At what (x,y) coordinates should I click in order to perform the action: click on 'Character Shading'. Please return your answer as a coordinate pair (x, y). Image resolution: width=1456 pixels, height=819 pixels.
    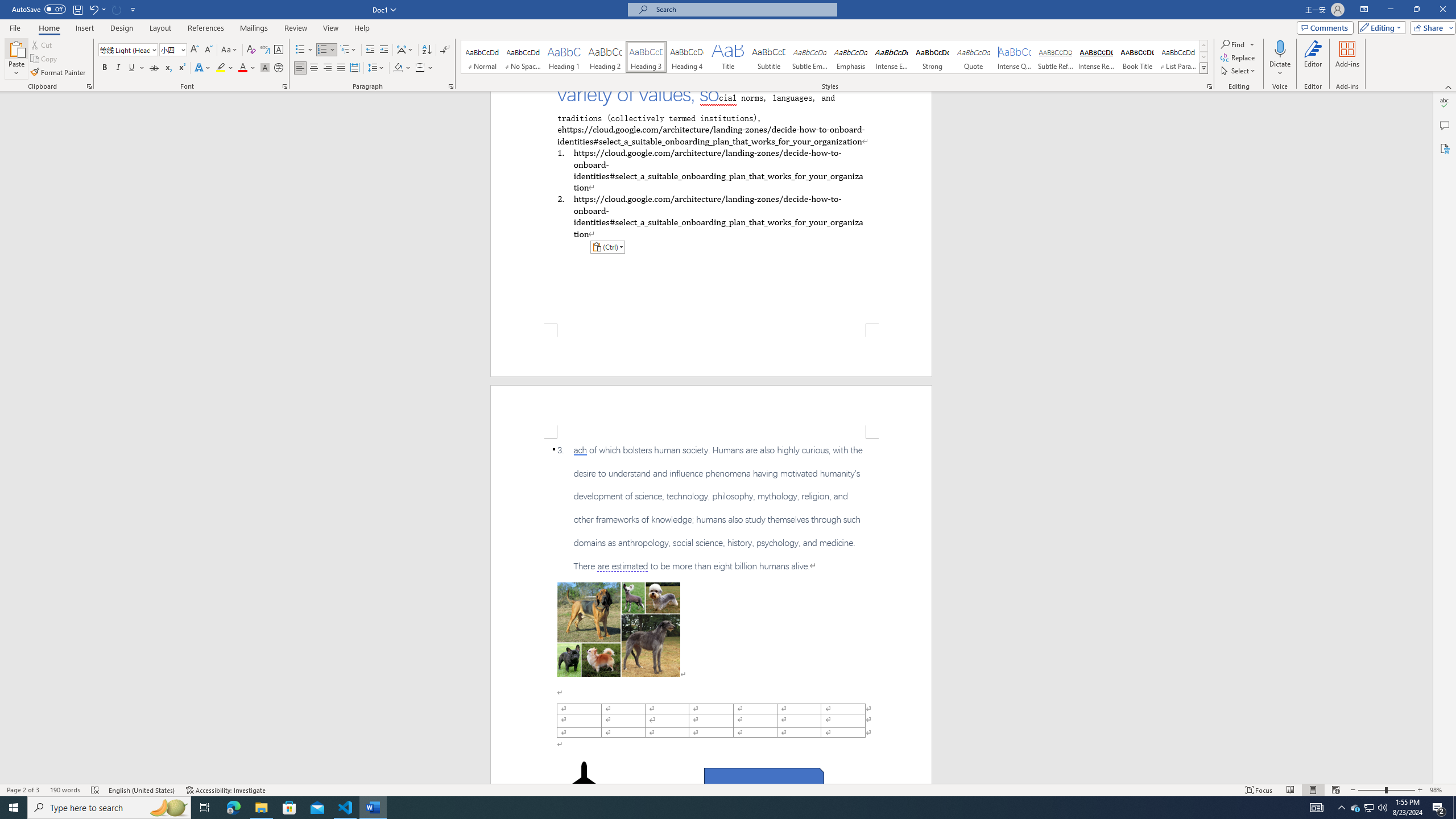
    Looking at the image, I should click on (264, 67).